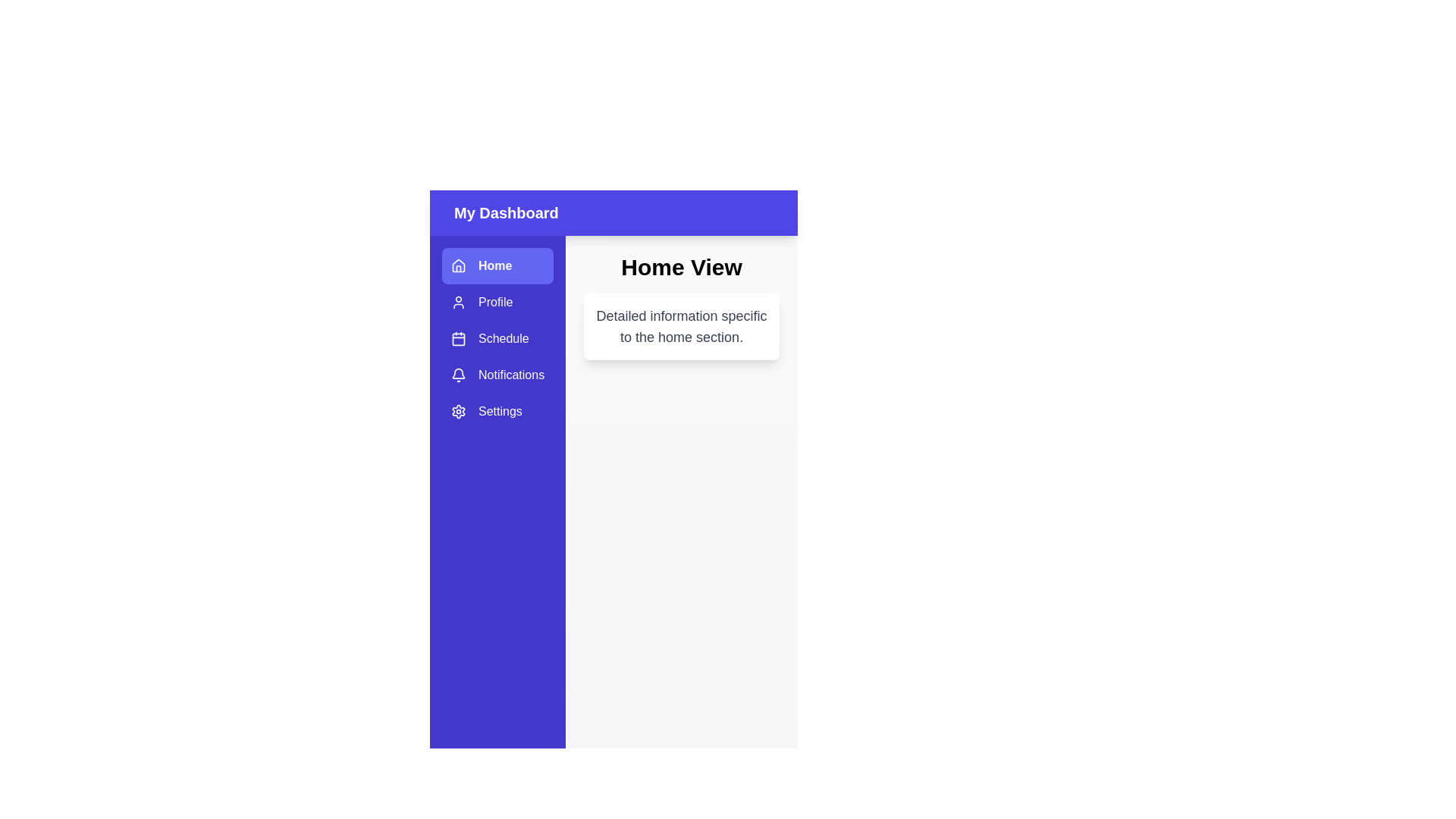 This screenshot has height=819, width=1456. What do you see at coordinates (497, 265) in the screenshot?
I see `the tab Home in the sidebar menu` at bounding box center [497, 265].